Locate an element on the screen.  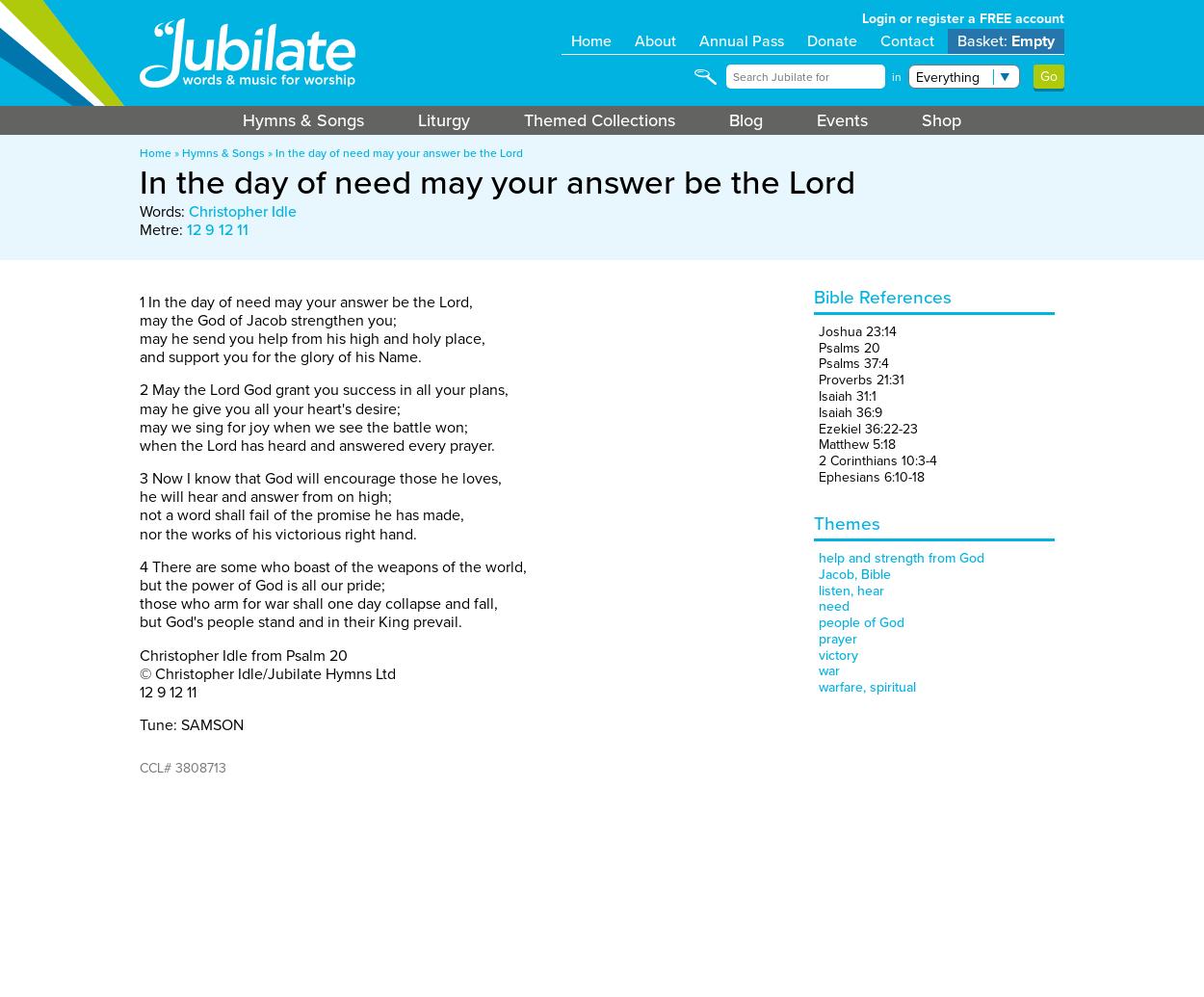
'Themed Collections' is located at coordinates (598, 120).